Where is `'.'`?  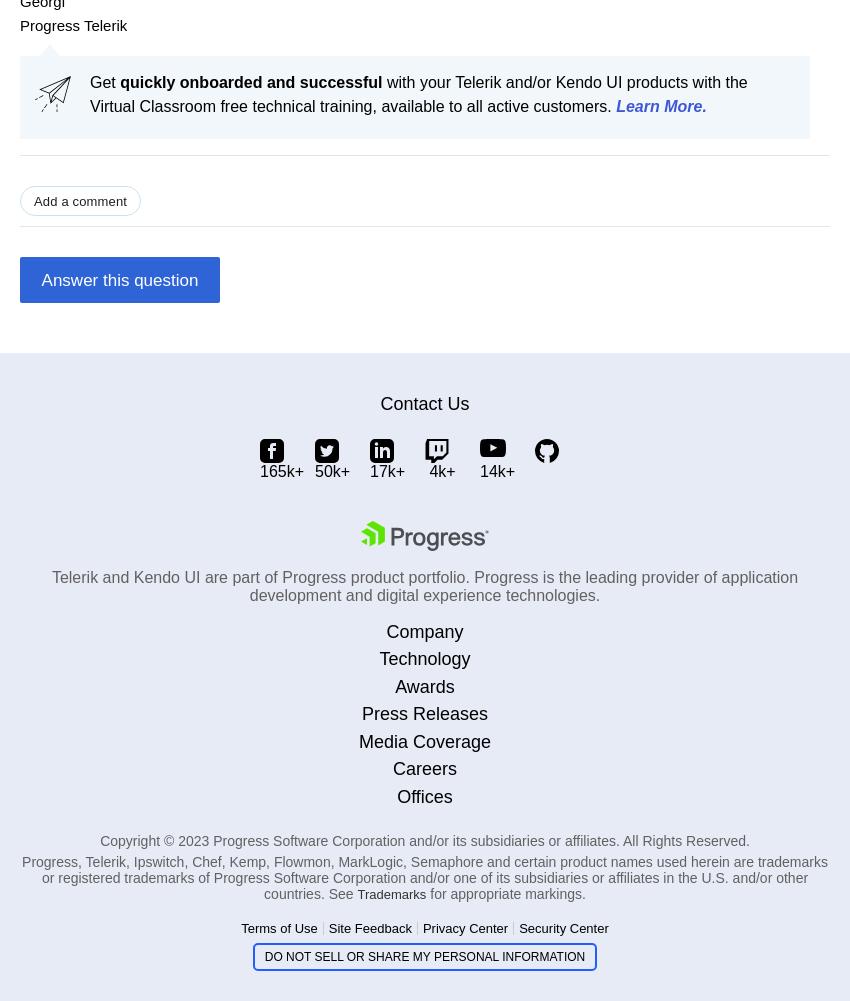
'.' is located at coordinates (701, 105).